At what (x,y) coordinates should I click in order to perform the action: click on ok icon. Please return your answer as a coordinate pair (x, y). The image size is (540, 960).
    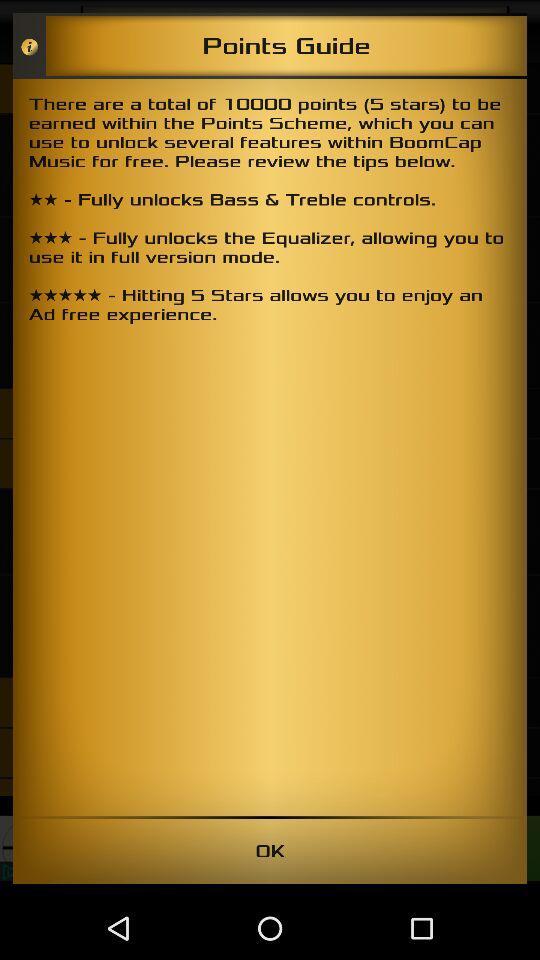
    Looking at the image, I should click on (270, 850).